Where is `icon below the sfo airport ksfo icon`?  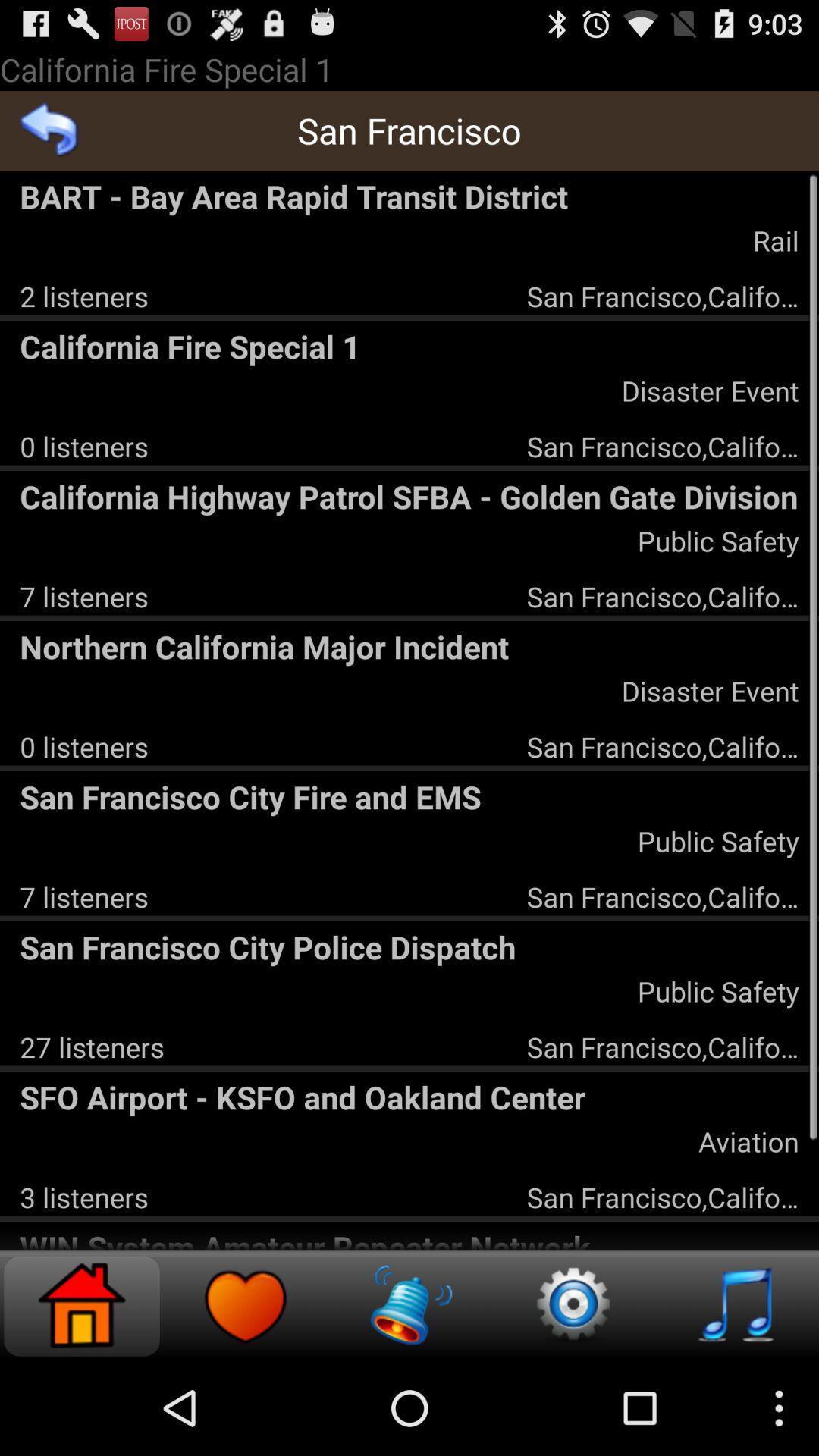
icon below the sfo airport ksfo icon is located at coordinates (84, 1196).